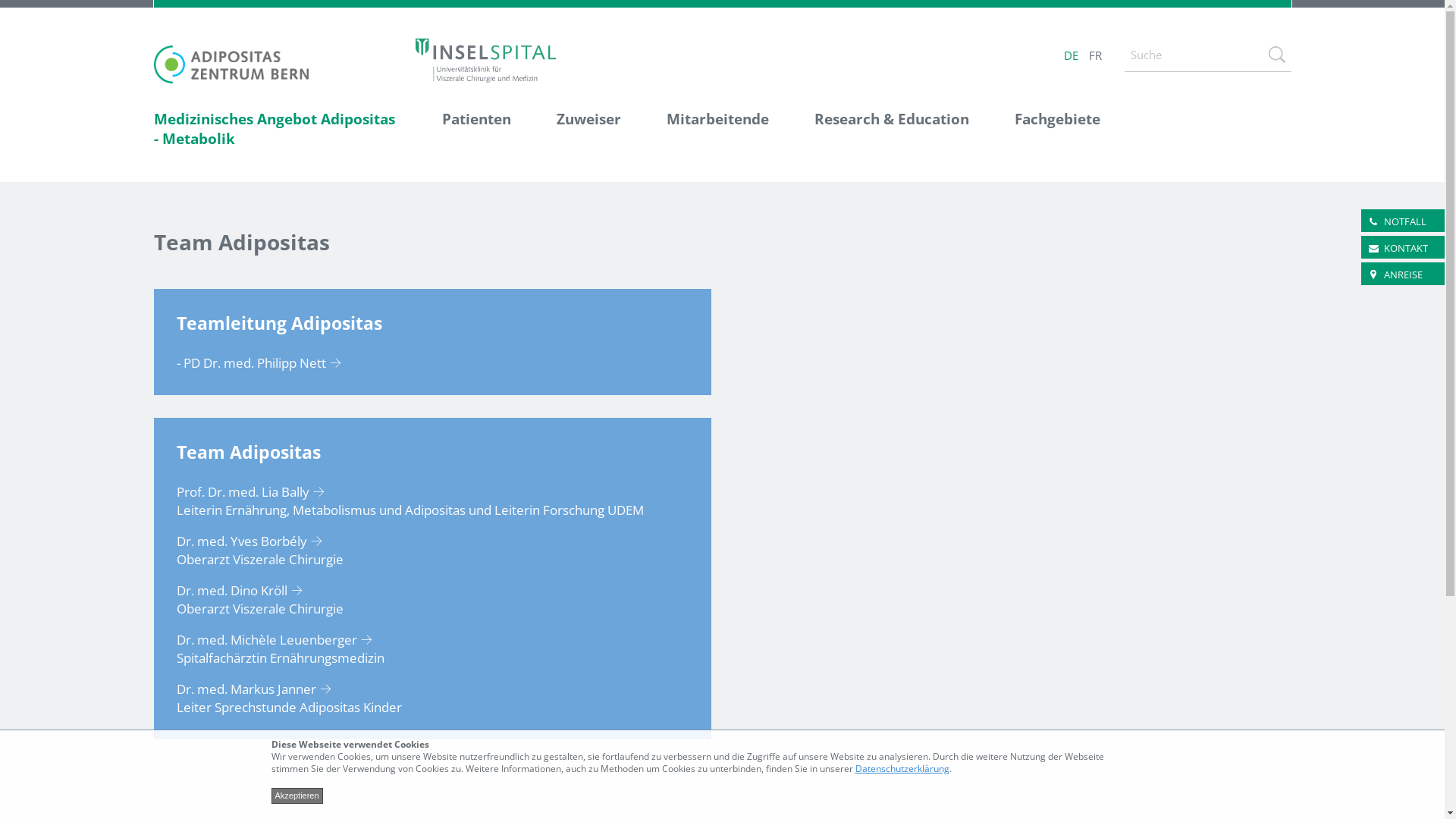  What do you see at coordinates (1383, 275) in the screenshot?
I see `'ANREISE'` at bounding box center [1383, 275].